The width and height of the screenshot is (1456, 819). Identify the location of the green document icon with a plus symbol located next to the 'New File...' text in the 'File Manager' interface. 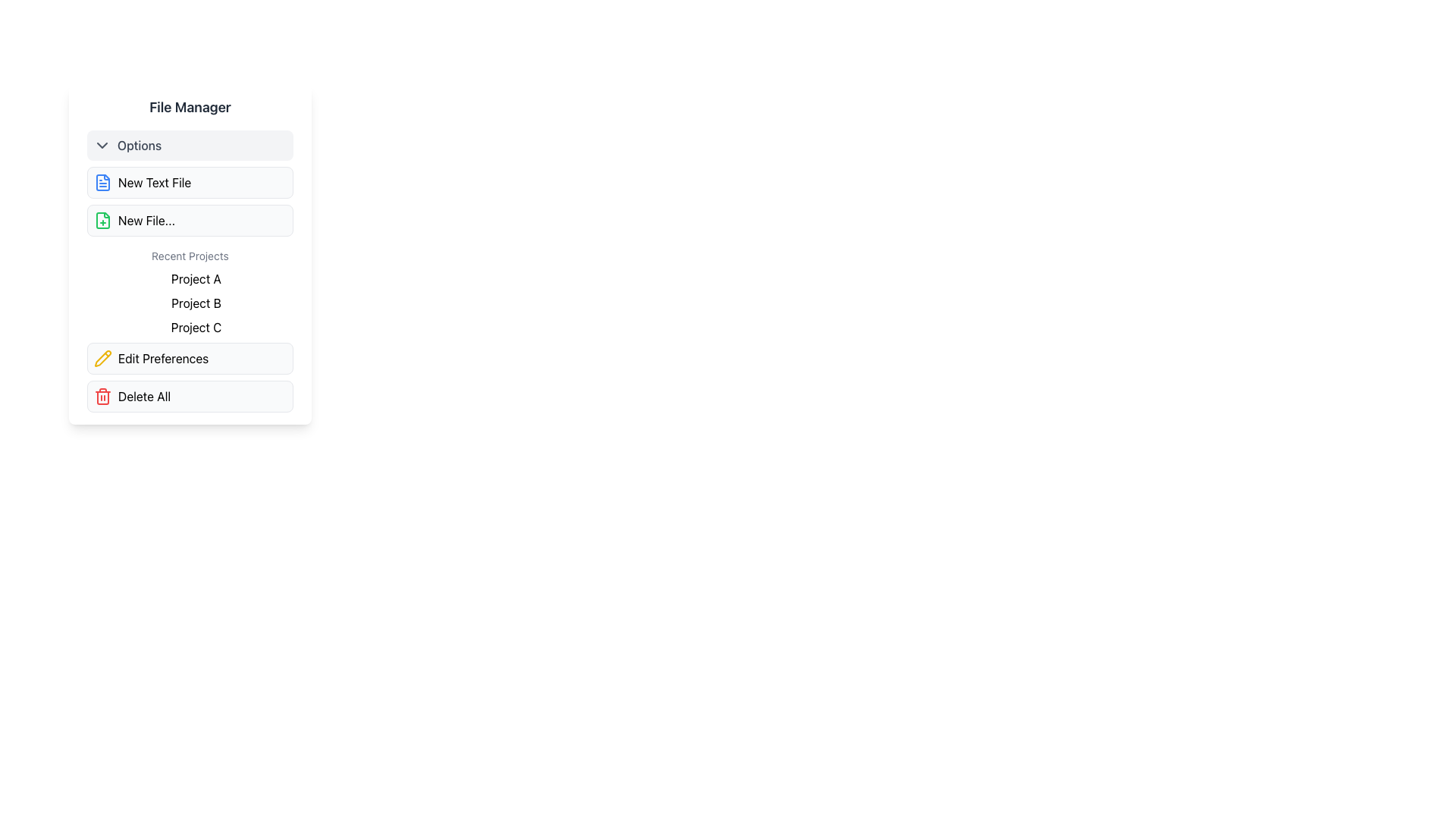
(102, 220).